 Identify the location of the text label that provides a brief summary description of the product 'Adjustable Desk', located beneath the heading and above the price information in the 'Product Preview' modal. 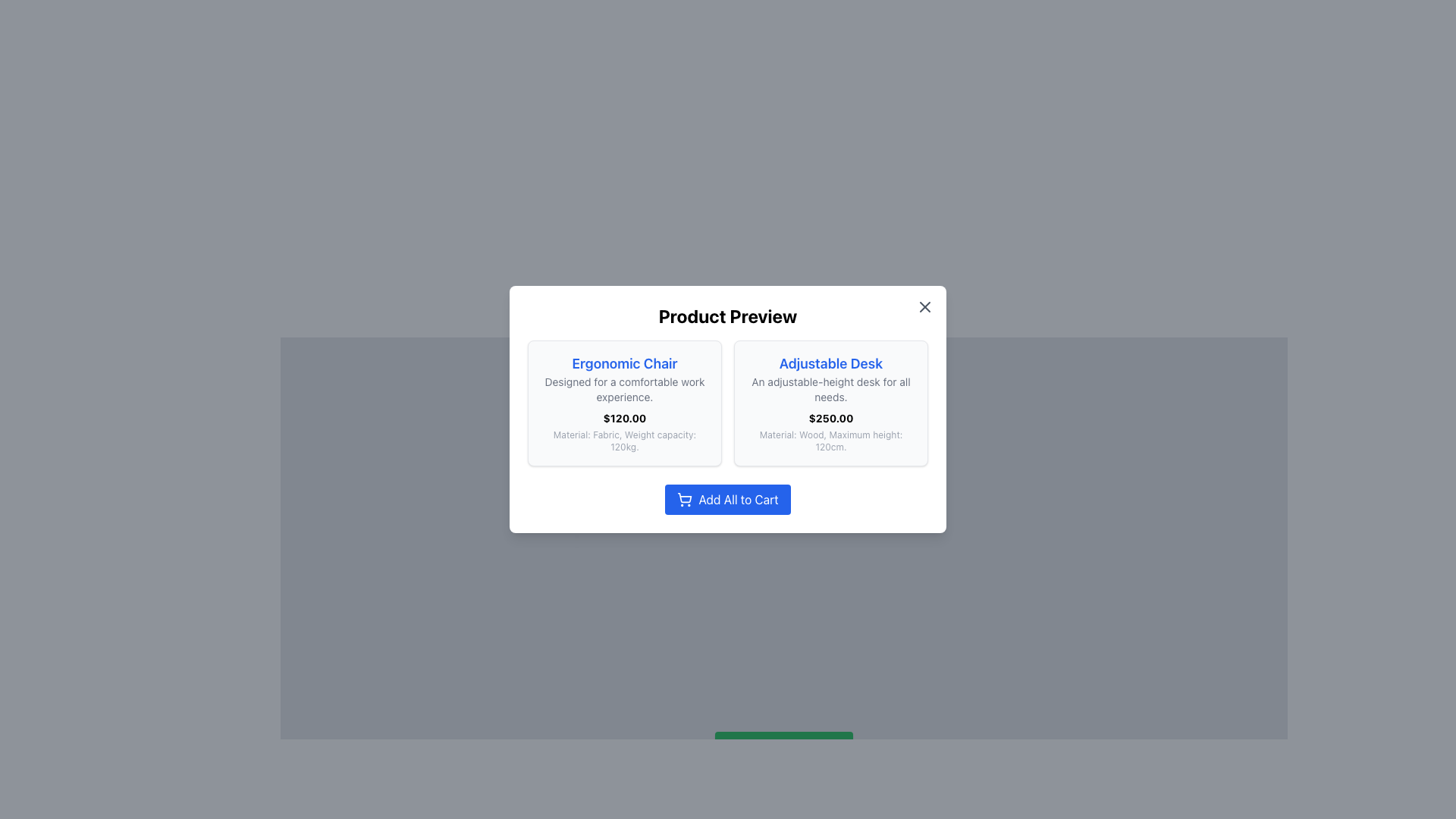
(830, 388).